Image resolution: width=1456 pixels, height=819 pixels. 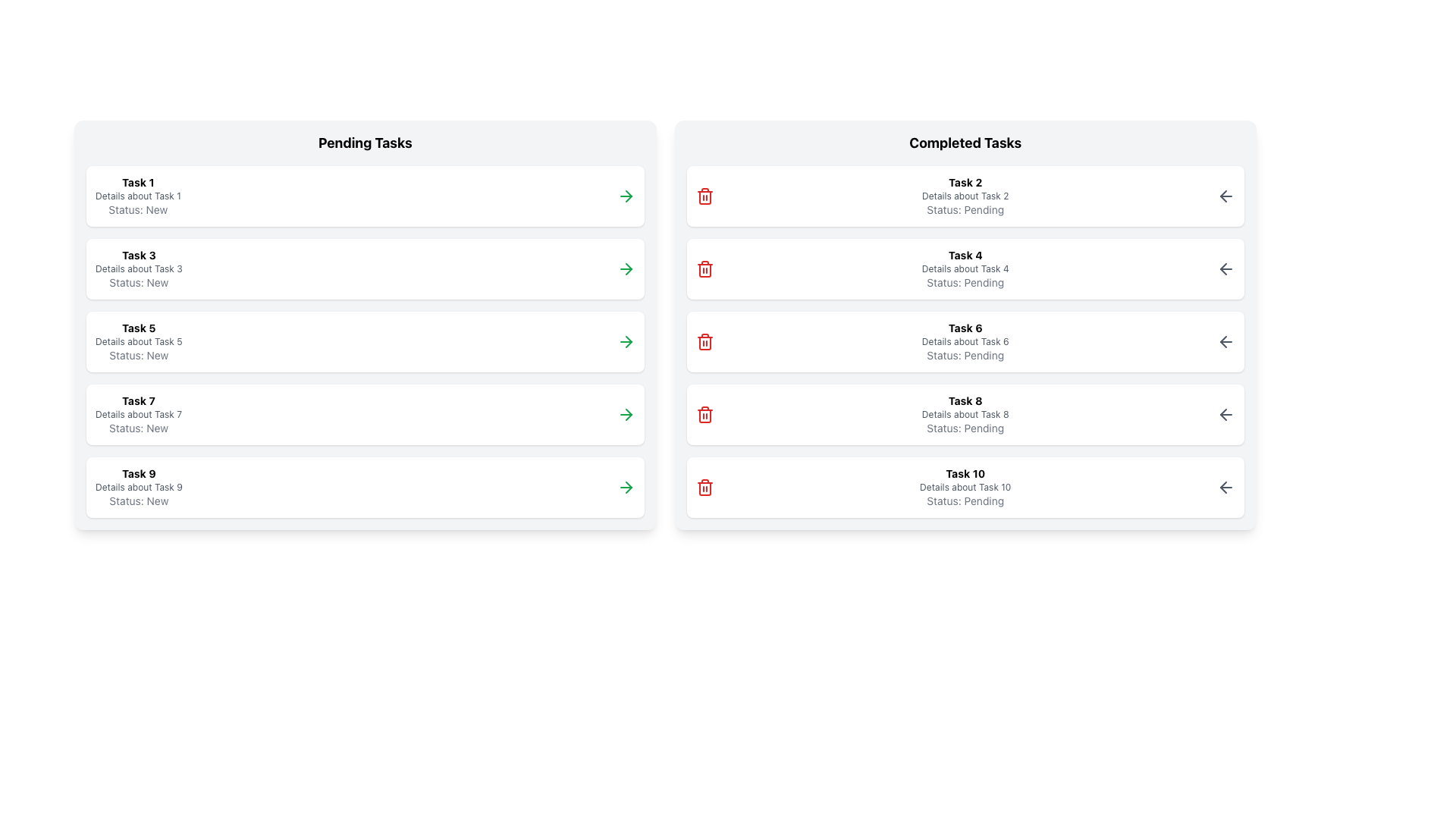 What do you see at coordinates (138, 195) in the screenshot?
I see `task information from the text block titled 'Task 1' located in the 'Pending Tasks' section` at bounding box center [138, 195].